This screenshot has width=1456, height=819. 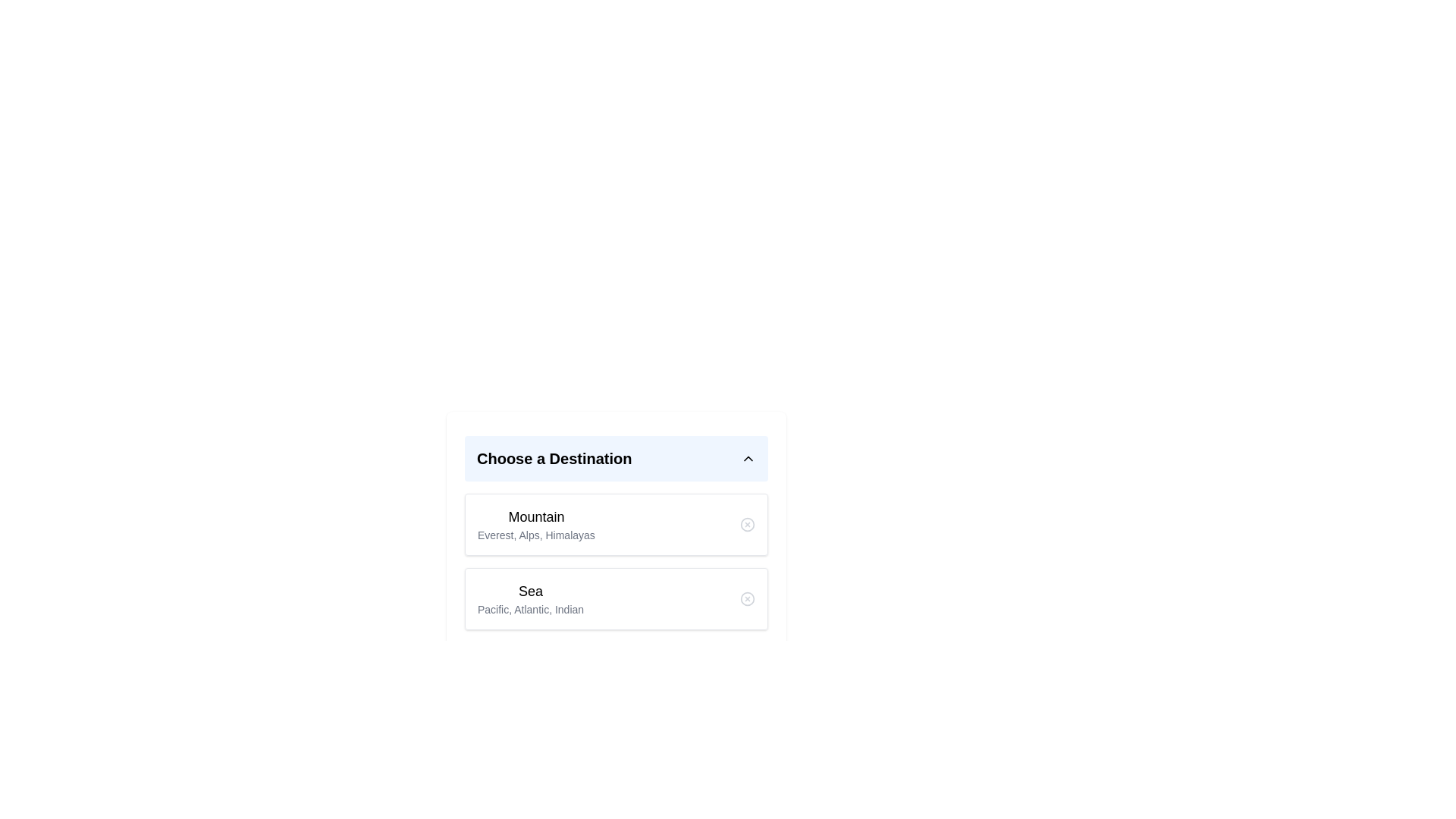 What do you see at coordinates (531, 598) in the screenshot?
I see `the 'Sea' category informative text block` at bounding box center [531, 598].